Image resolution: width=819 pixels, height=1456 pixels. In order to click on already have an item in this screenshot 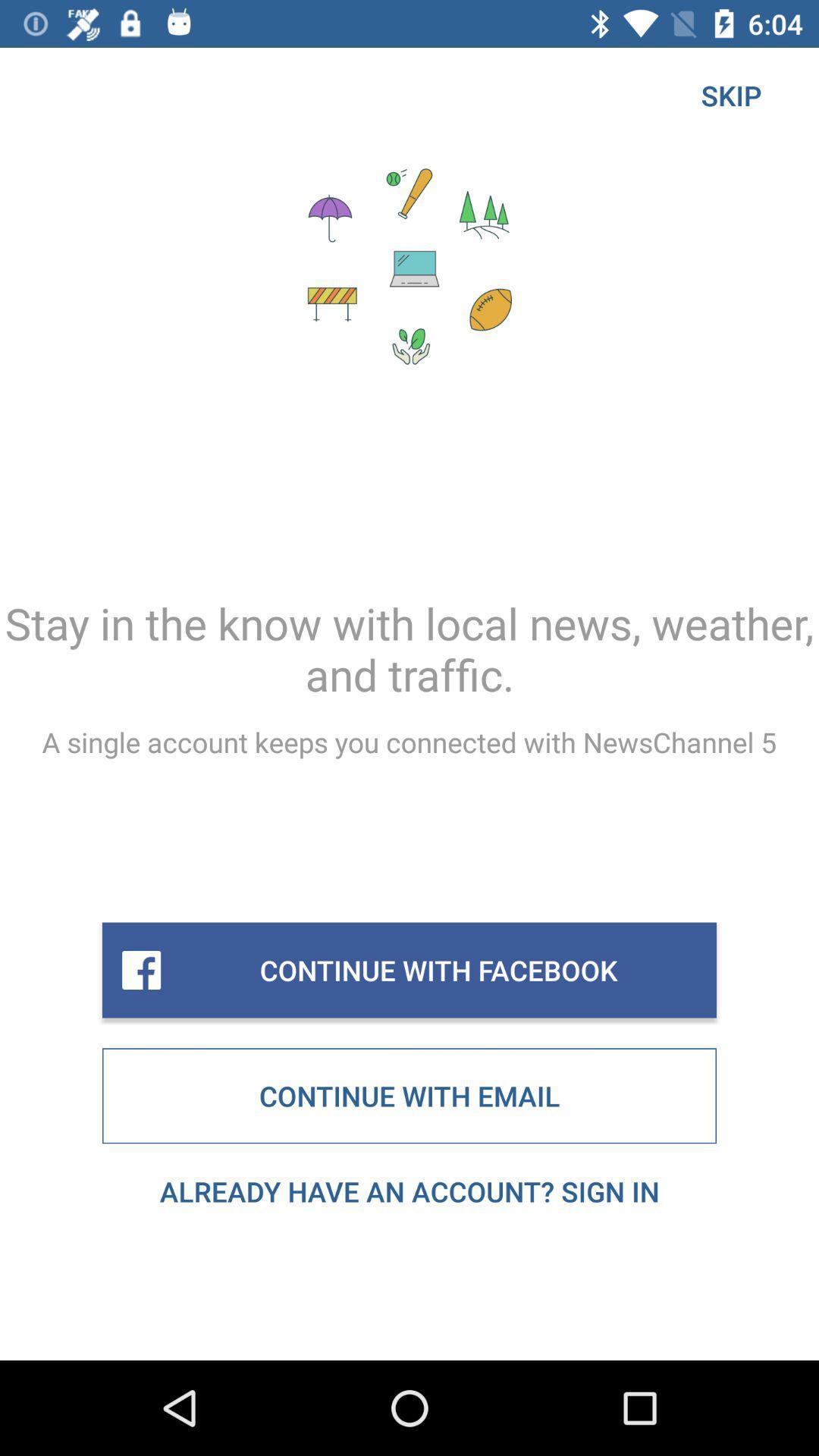, I will do `click(409, 1191)`.